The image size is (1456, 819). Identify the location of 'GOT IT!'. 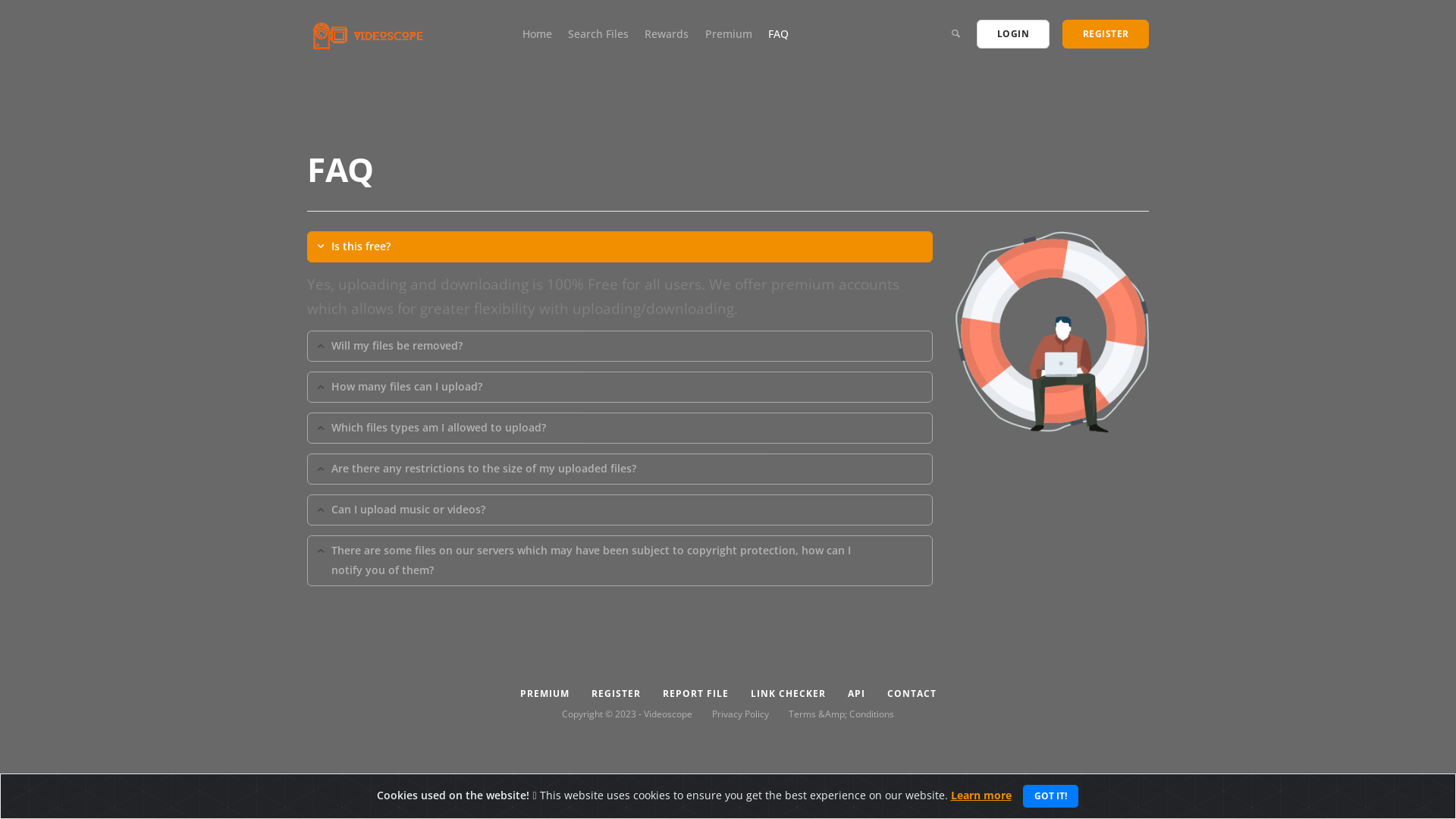
(1050, 795).